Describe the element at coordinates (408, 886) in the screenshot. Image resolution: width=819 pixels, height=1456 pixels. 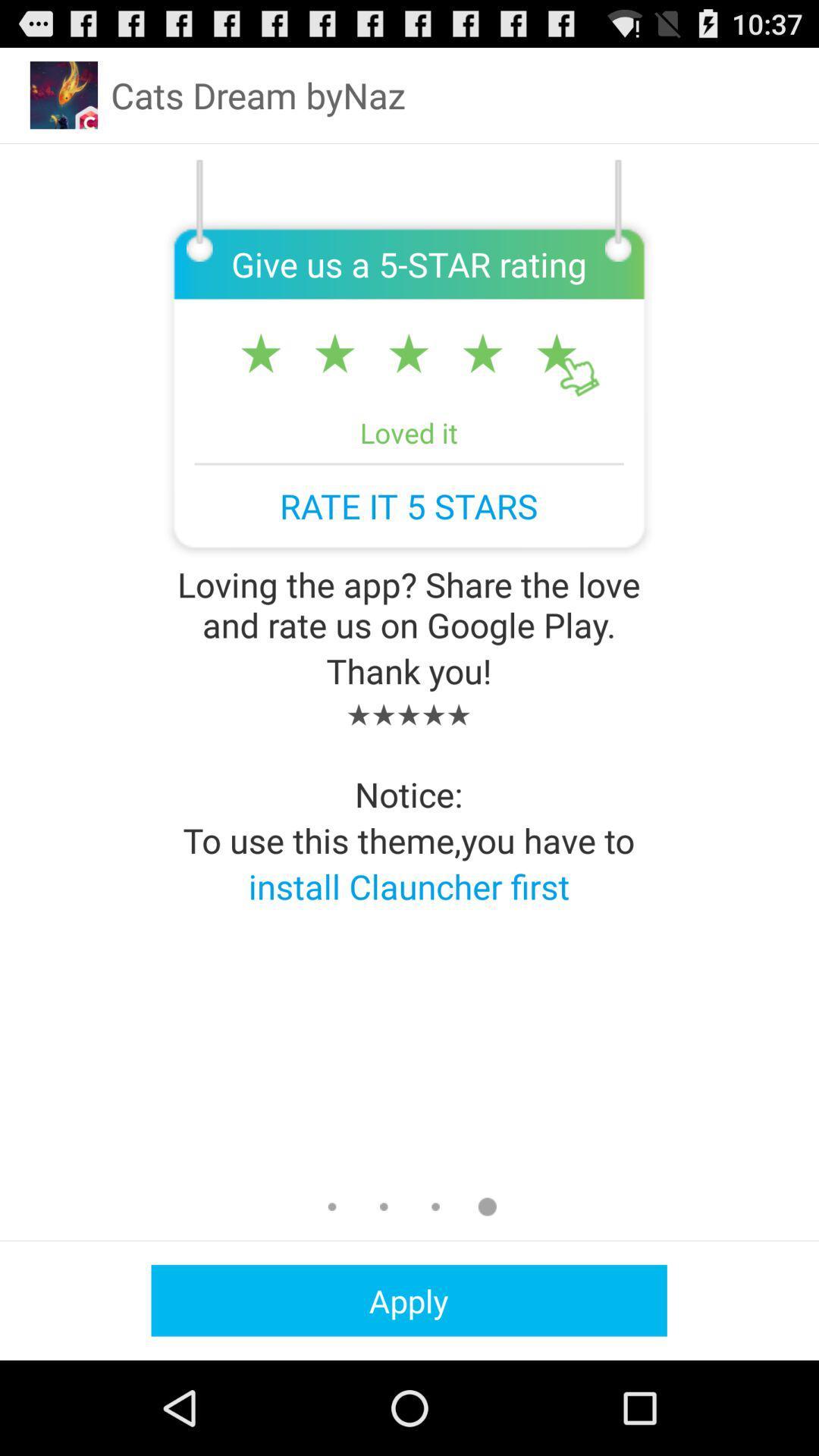
I see `install clauncher first` at that location.